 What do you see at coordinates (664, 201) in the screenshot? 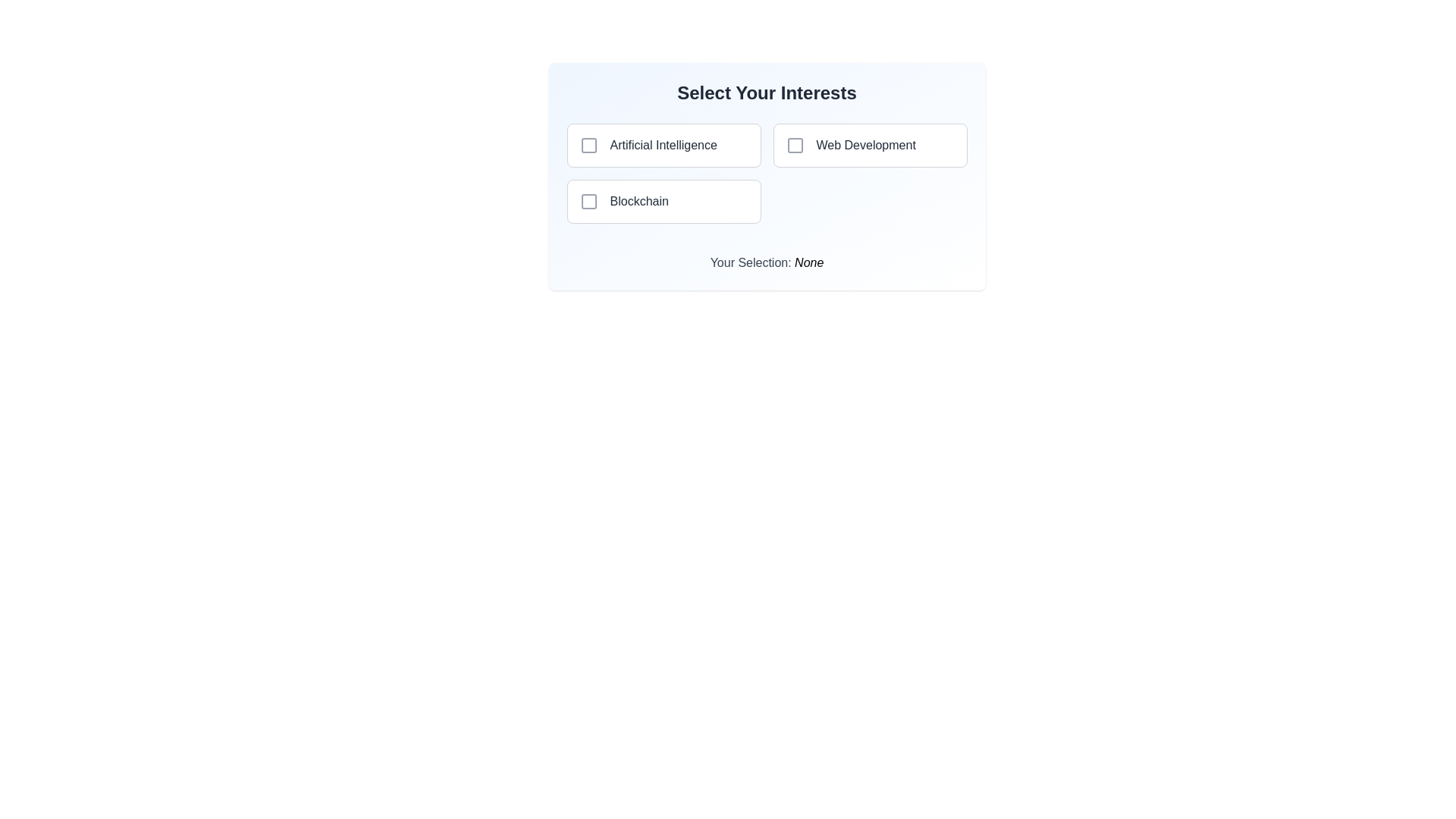
I see `the 'Blockchain' selectable item with an associated checkbox, which is the third option in a 2x2 grid layout of selectable options` at bounding box center [664, 201].